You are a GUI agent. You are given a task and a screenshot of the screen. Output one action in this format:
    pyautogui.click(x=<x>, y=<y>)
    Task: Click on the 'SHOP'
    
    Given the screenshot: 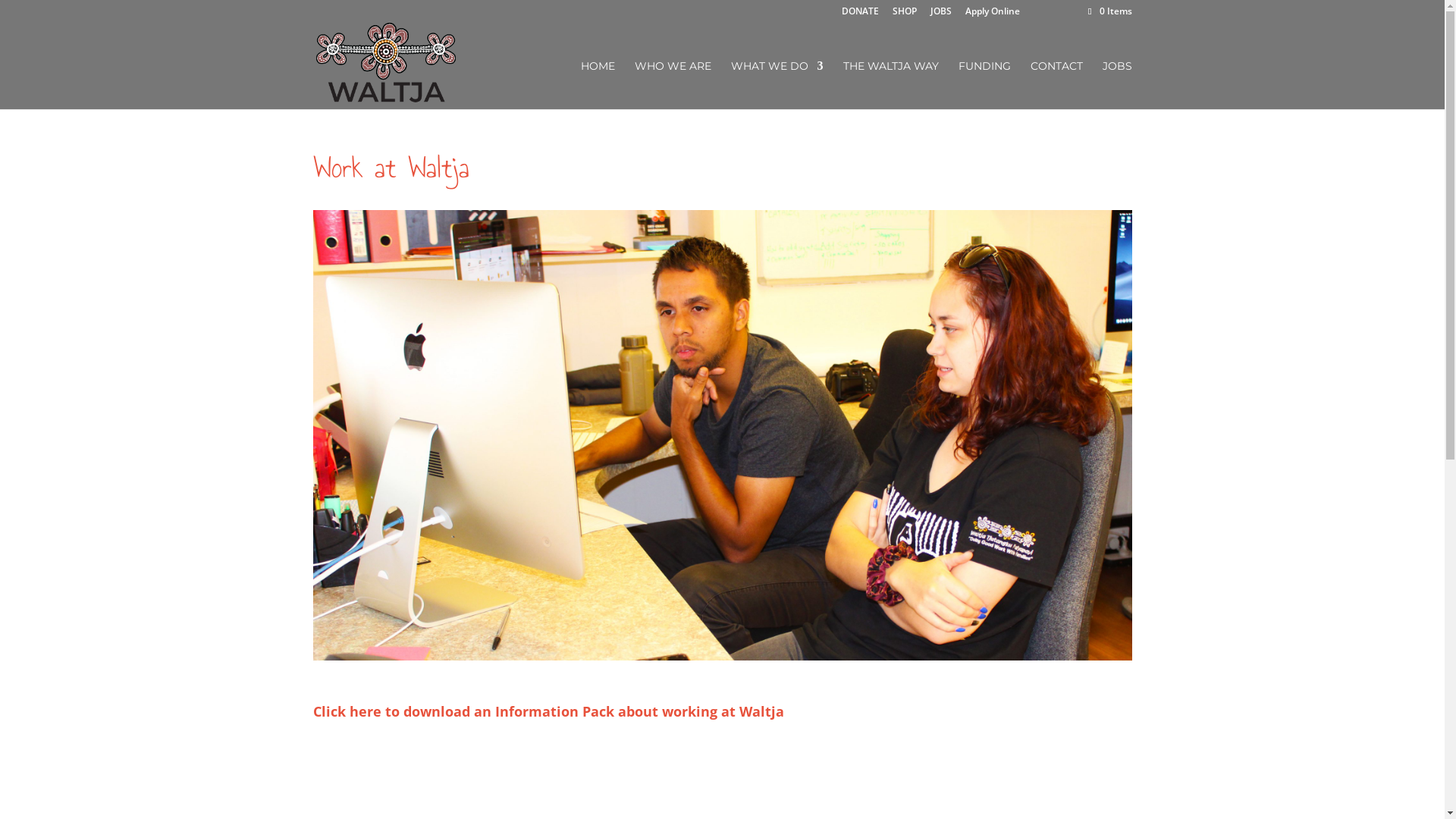 What is the action you would take?
    pyautogui.click(x=905, y=14)
    